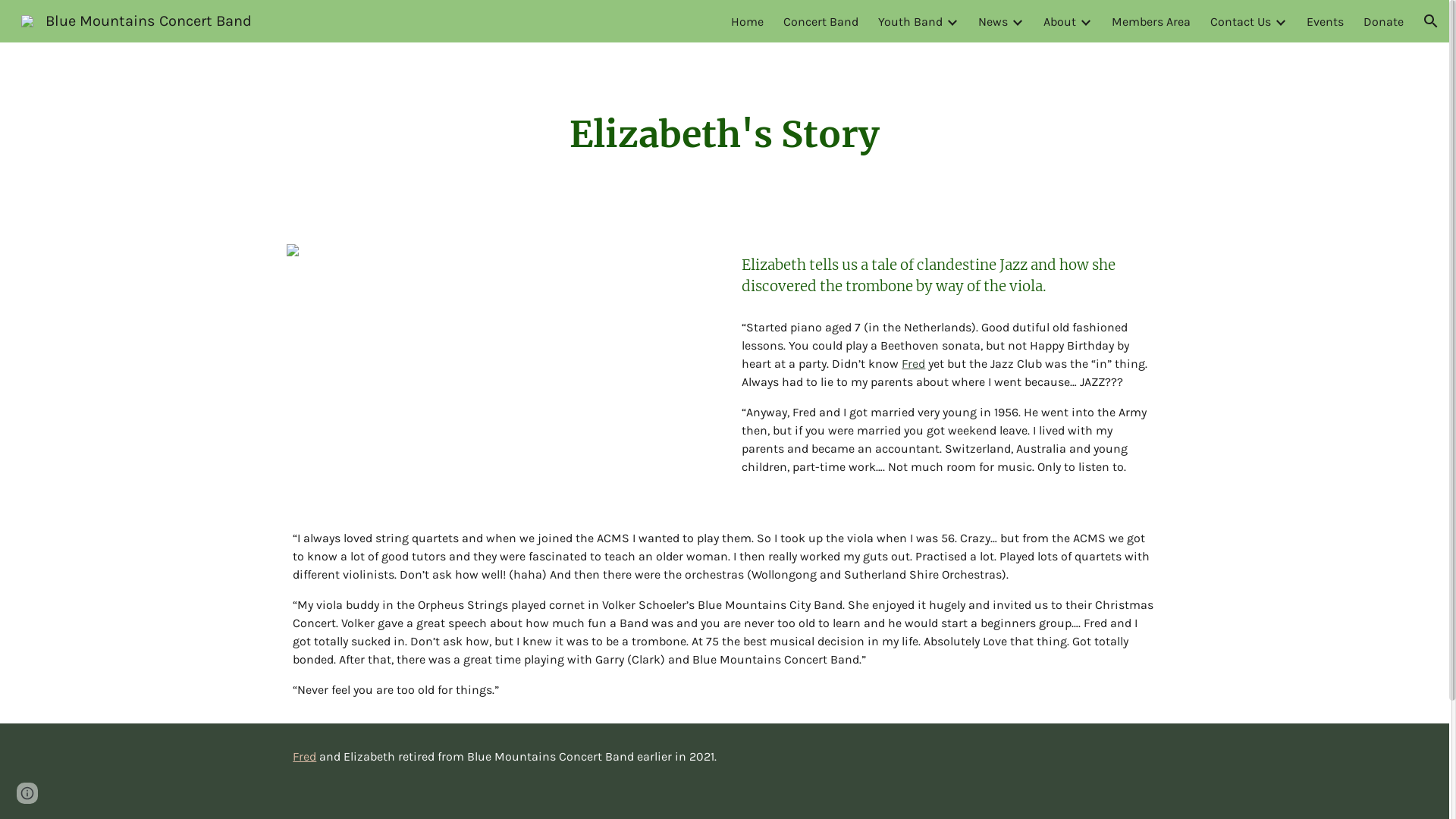 The image size is (1456, 819). Describe the element at coordinates (1016, 20) in the screenshot. I see `'Expand/Collapse'` at that location.